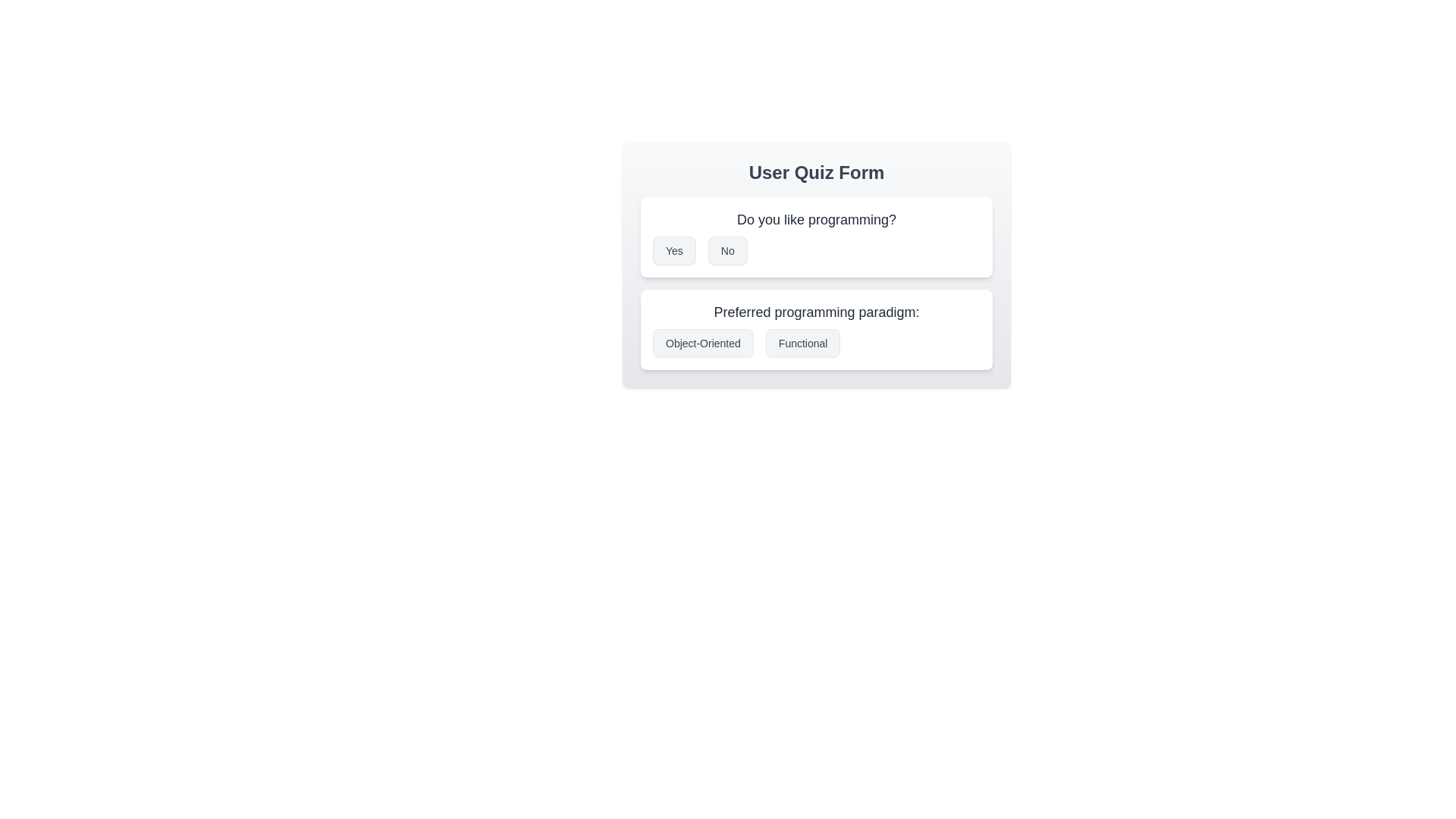 This screenshot has width=1456, height=819. I want to click on the group of interactive buttons labeled 'Yes' and 'No' that appear below the prompt 'Do you like programming?', so click(815, 250).